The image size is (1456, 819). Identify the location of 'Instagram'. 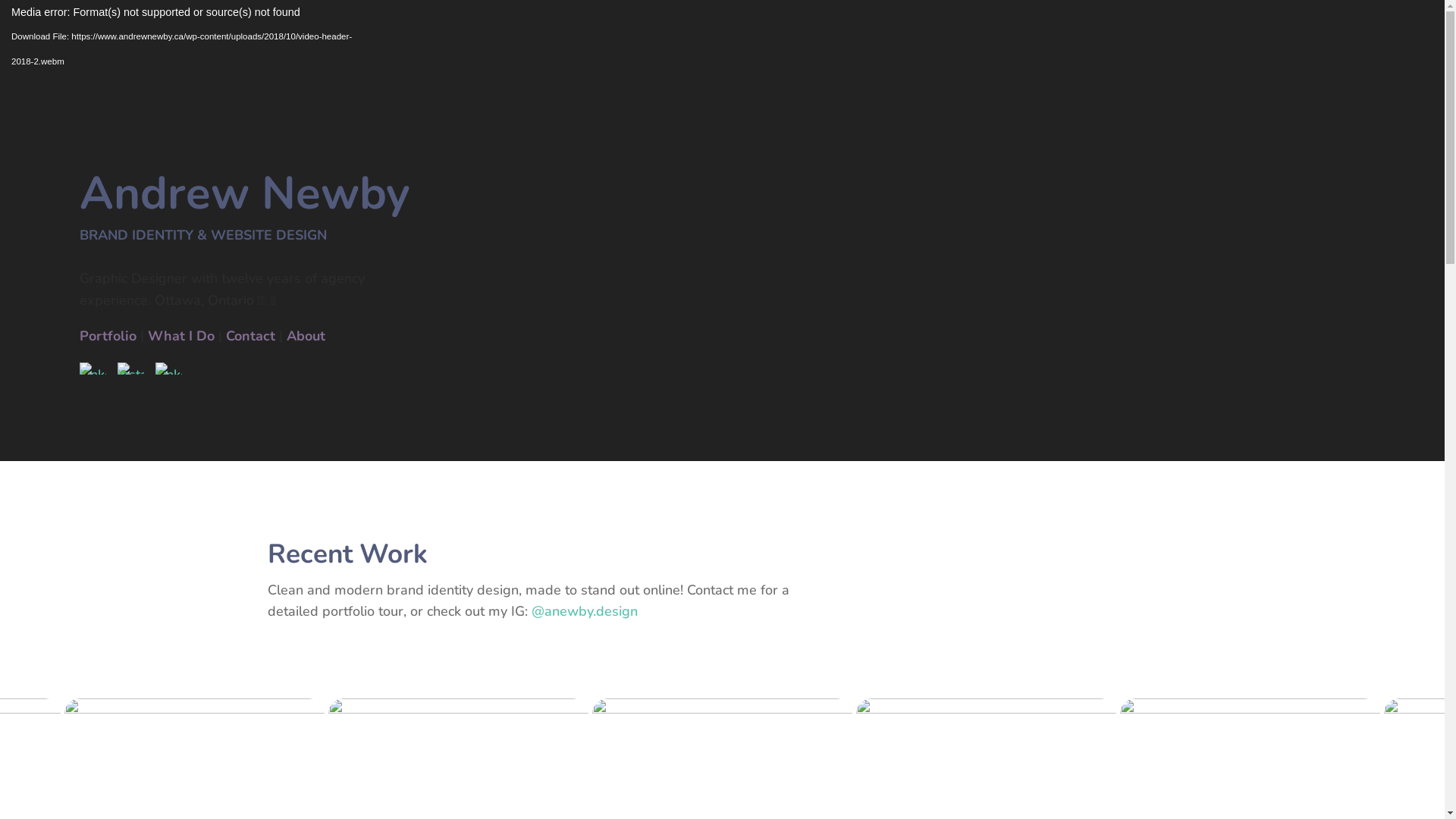
(116, 369).